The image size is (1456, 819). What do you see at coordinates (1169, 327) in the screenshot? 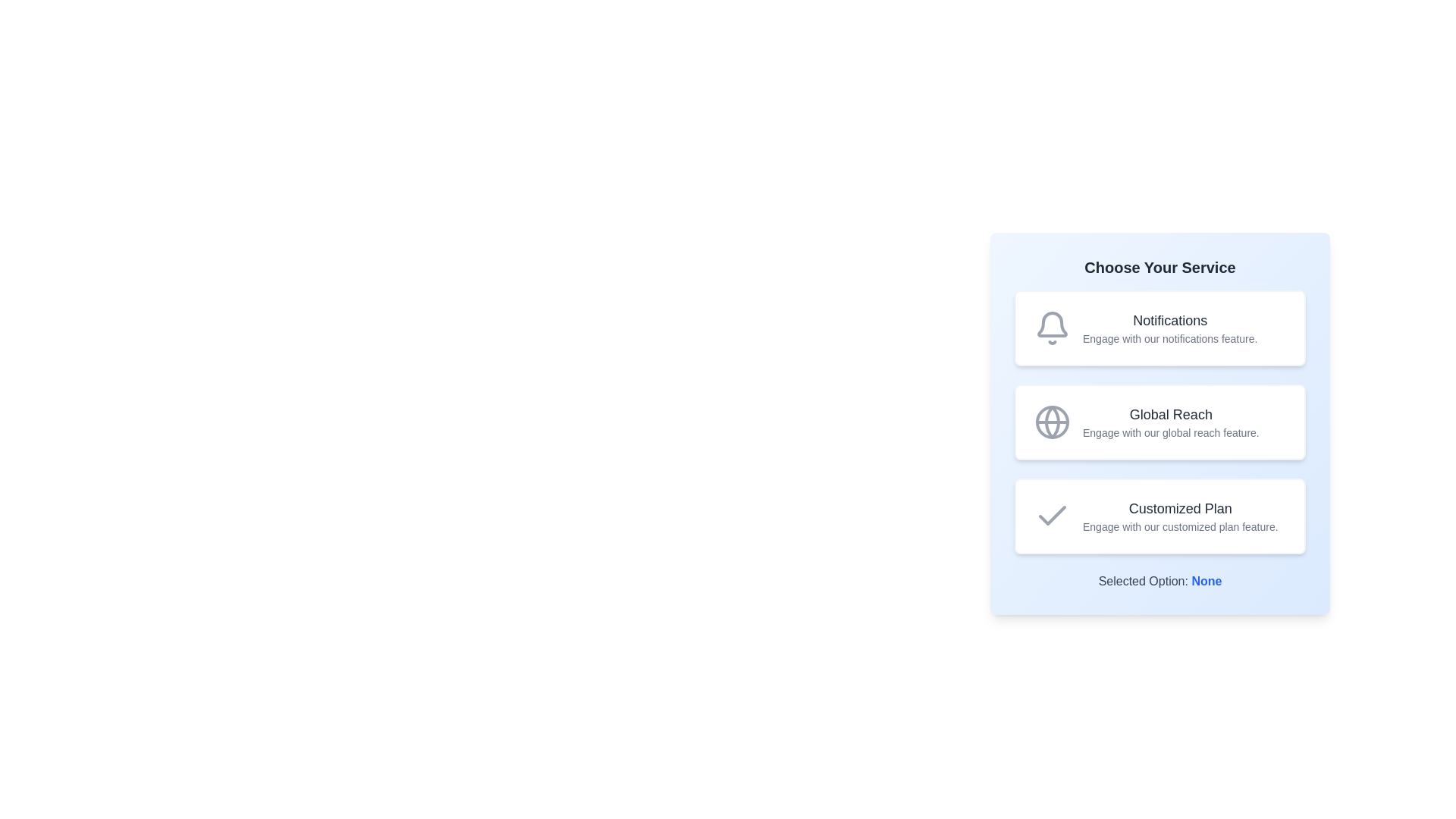
I see `the static text label 'Notifications' which is part of a selectable card in the central right section of the interface` at bounding box center [1169, 327].